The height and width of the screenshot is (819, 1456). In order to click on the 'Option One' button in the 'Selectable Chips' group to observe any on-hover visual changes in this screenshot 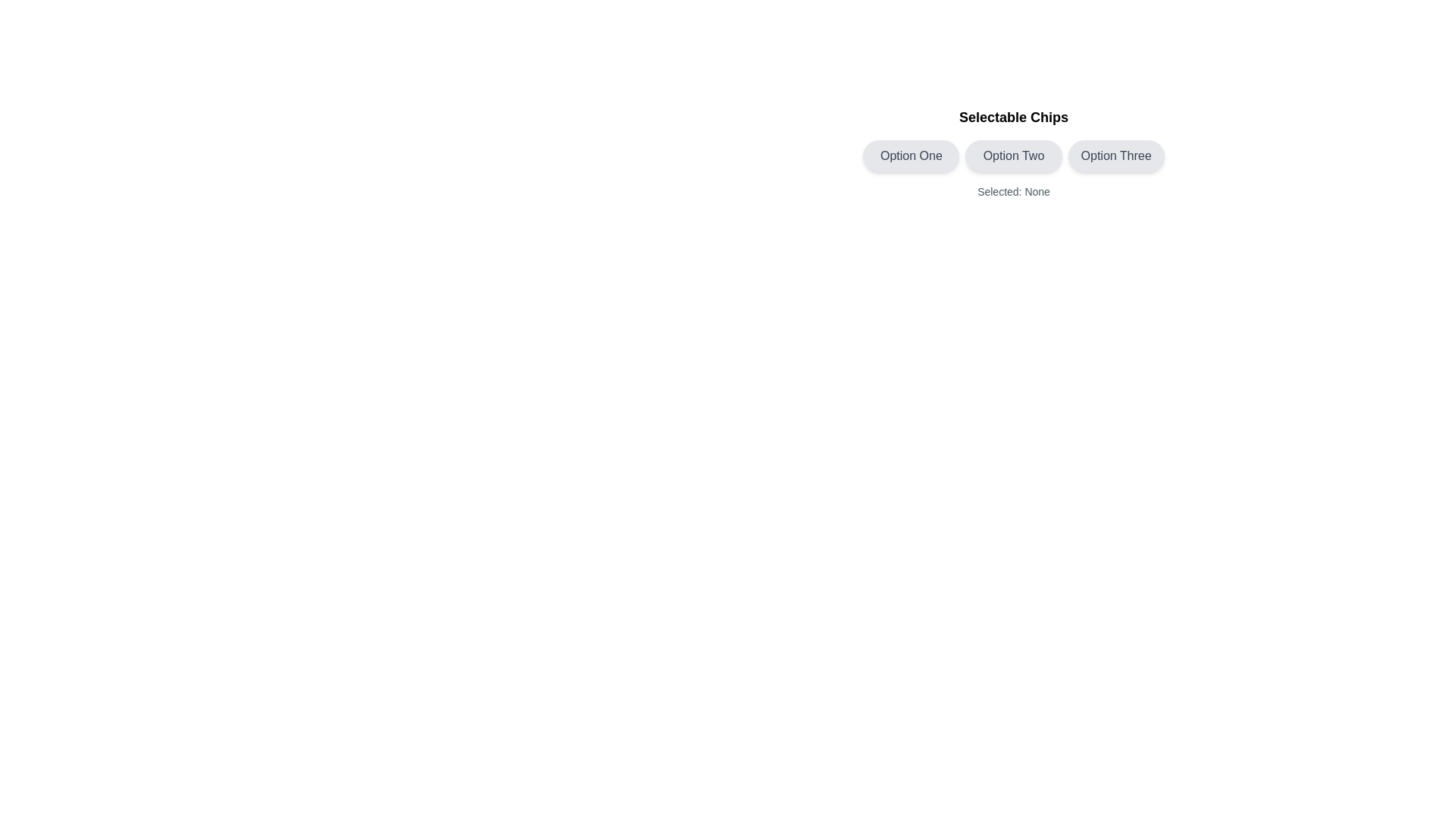, I will do `click(910, 155)`.